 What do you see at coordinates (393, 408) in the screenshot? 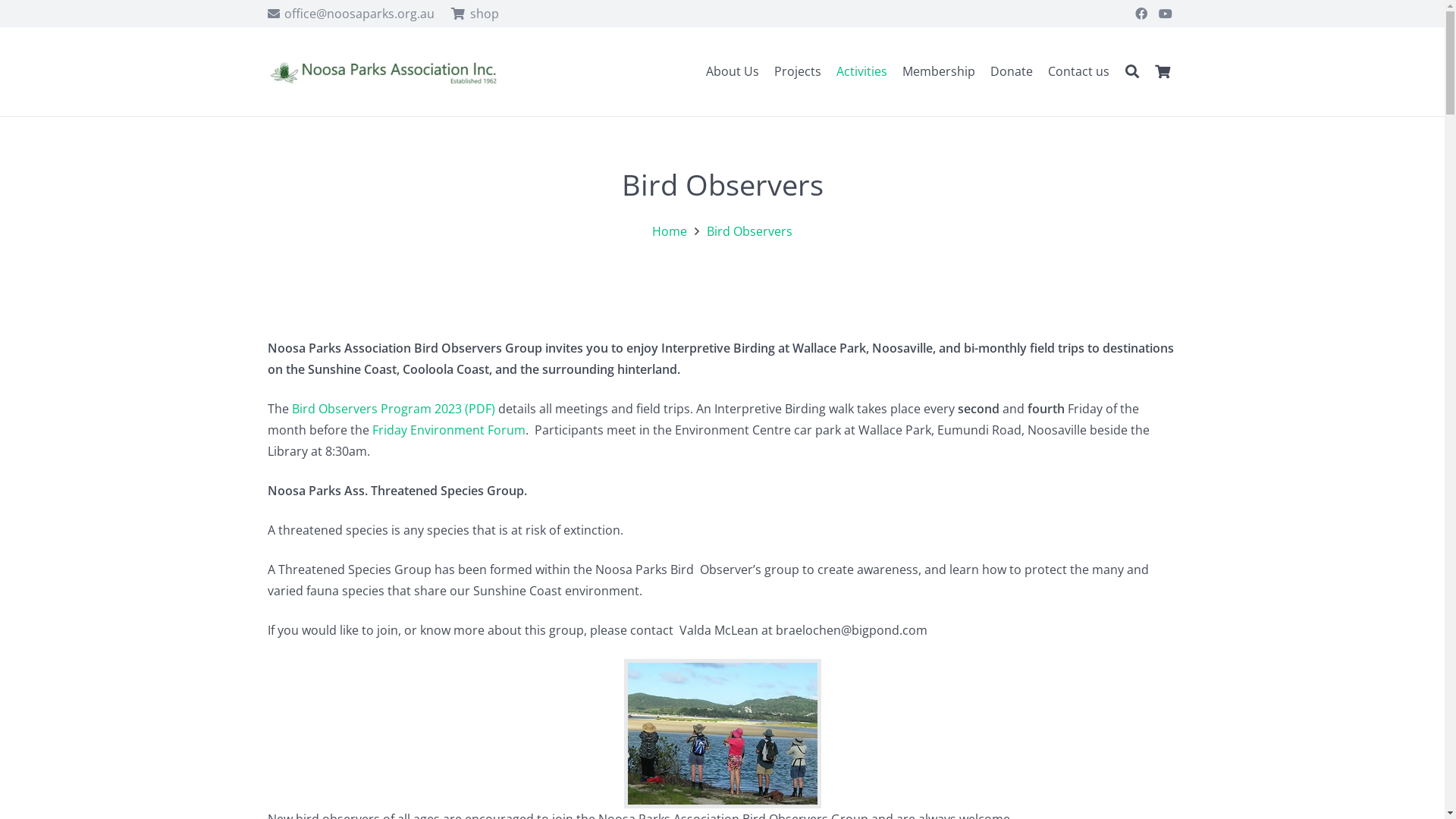
I see `'Bird Observers Program 2023 (PDF)'` at bounding box center [393, 408].